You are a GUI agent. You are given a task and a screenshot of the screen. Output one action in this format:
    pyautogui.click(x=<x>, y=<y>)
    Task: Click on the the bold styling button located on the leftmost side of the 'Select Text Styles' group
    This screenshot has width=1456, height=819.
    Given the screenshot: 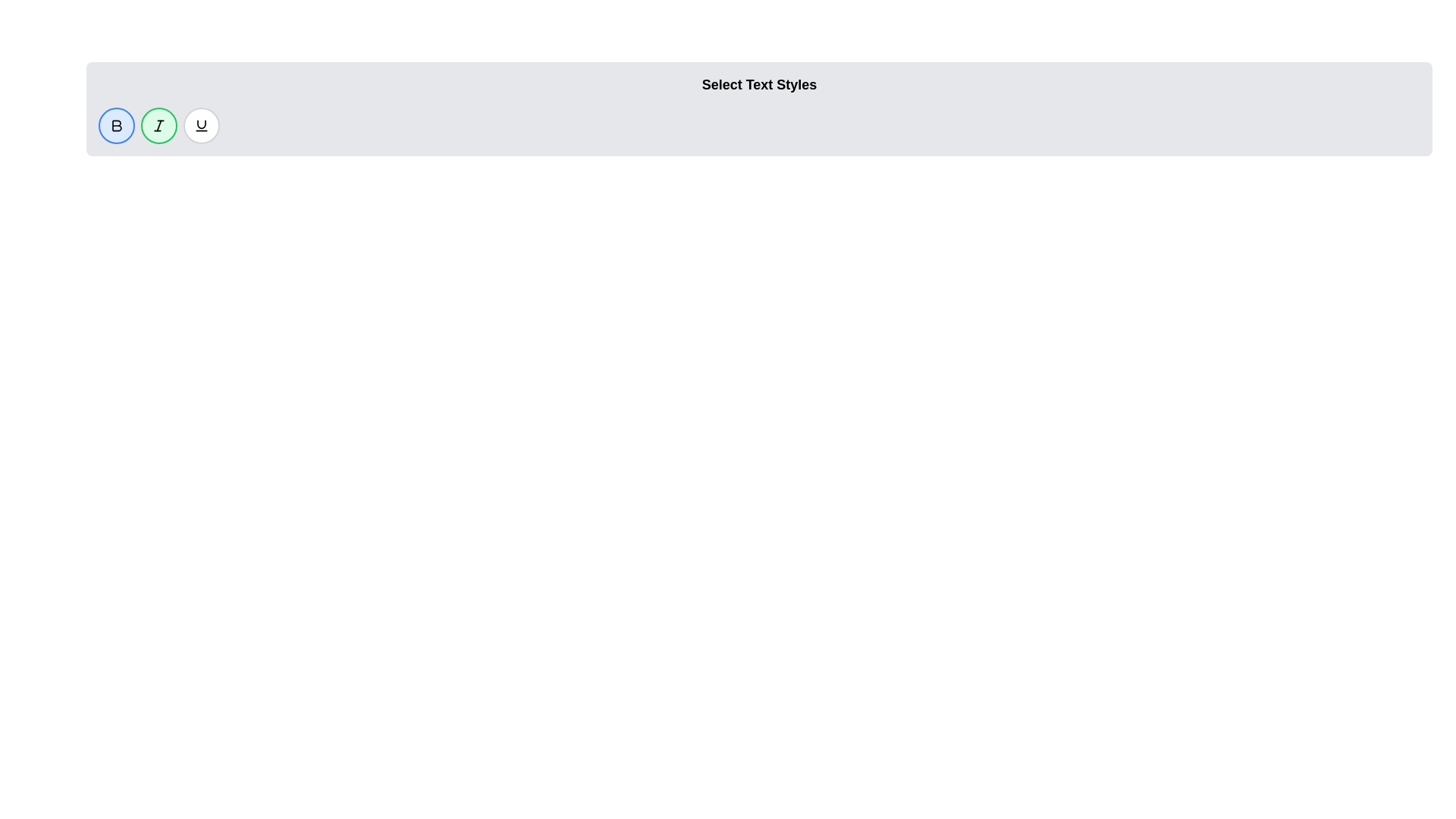 What is the action you would take?
    pyautogui.click(x=115, y=124)
    